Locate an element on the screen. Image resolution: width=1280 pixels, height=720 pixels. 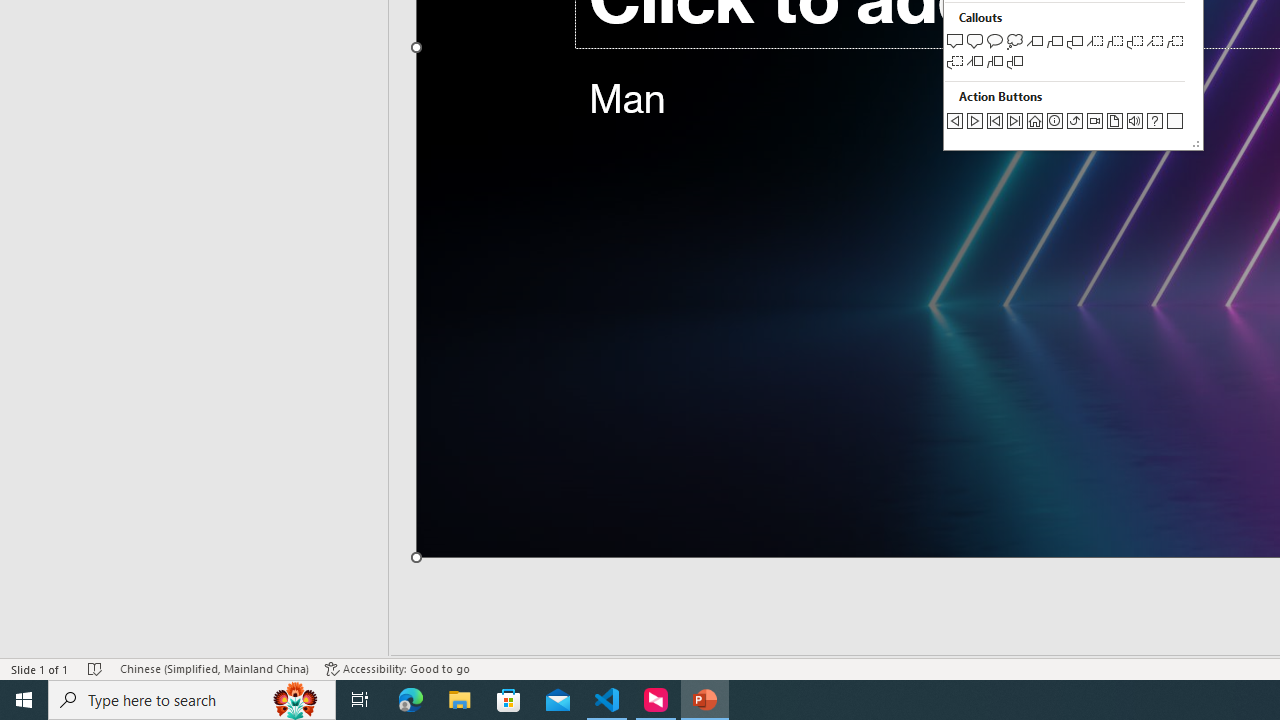
'File Explorer' is located at coordinates (459, 698).